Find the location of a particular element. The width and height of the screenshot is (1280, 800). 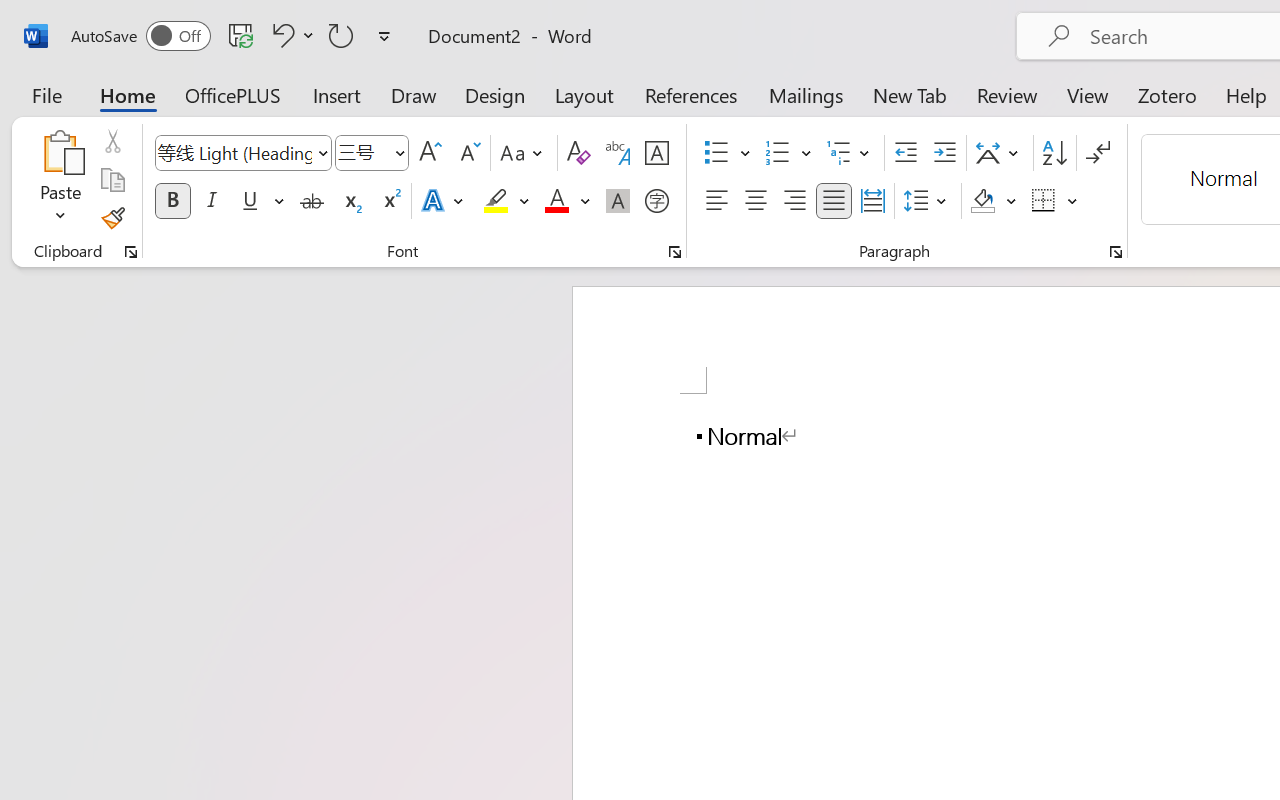

'Align Left' is located at coordinates (716, 201).